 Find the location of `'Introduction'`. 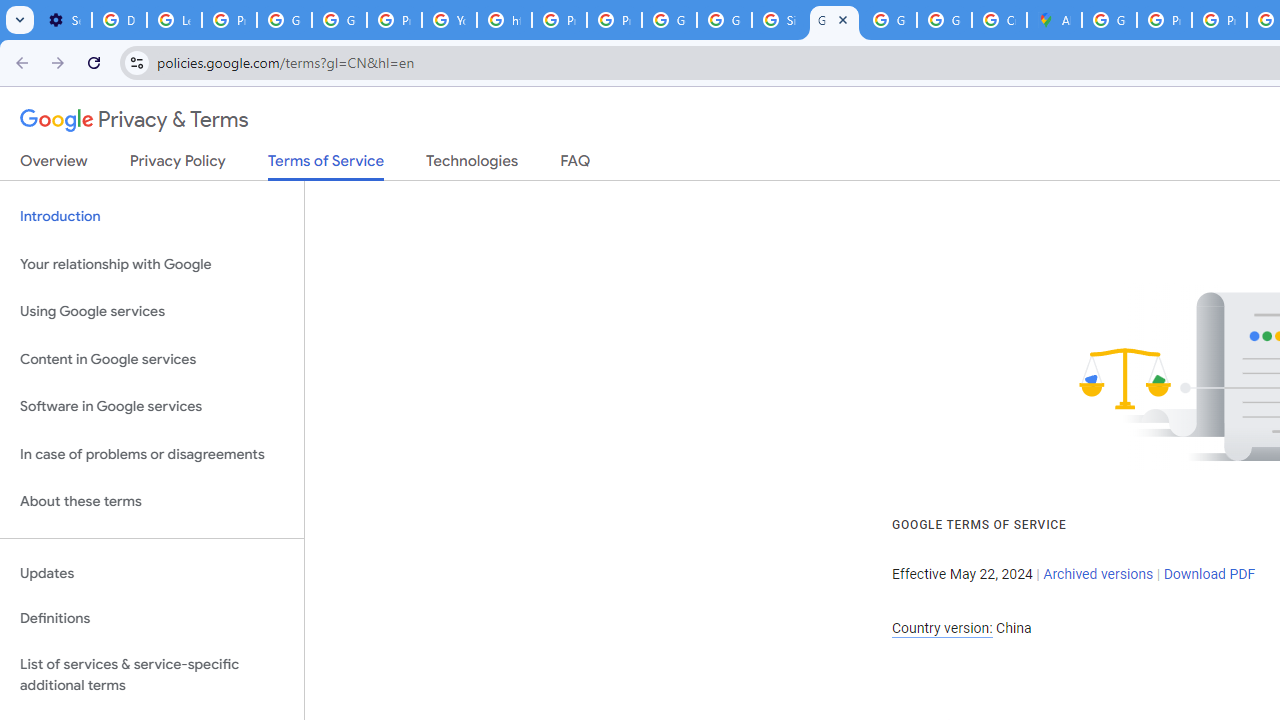

'Introduction' is located at coordinates (151, 217).